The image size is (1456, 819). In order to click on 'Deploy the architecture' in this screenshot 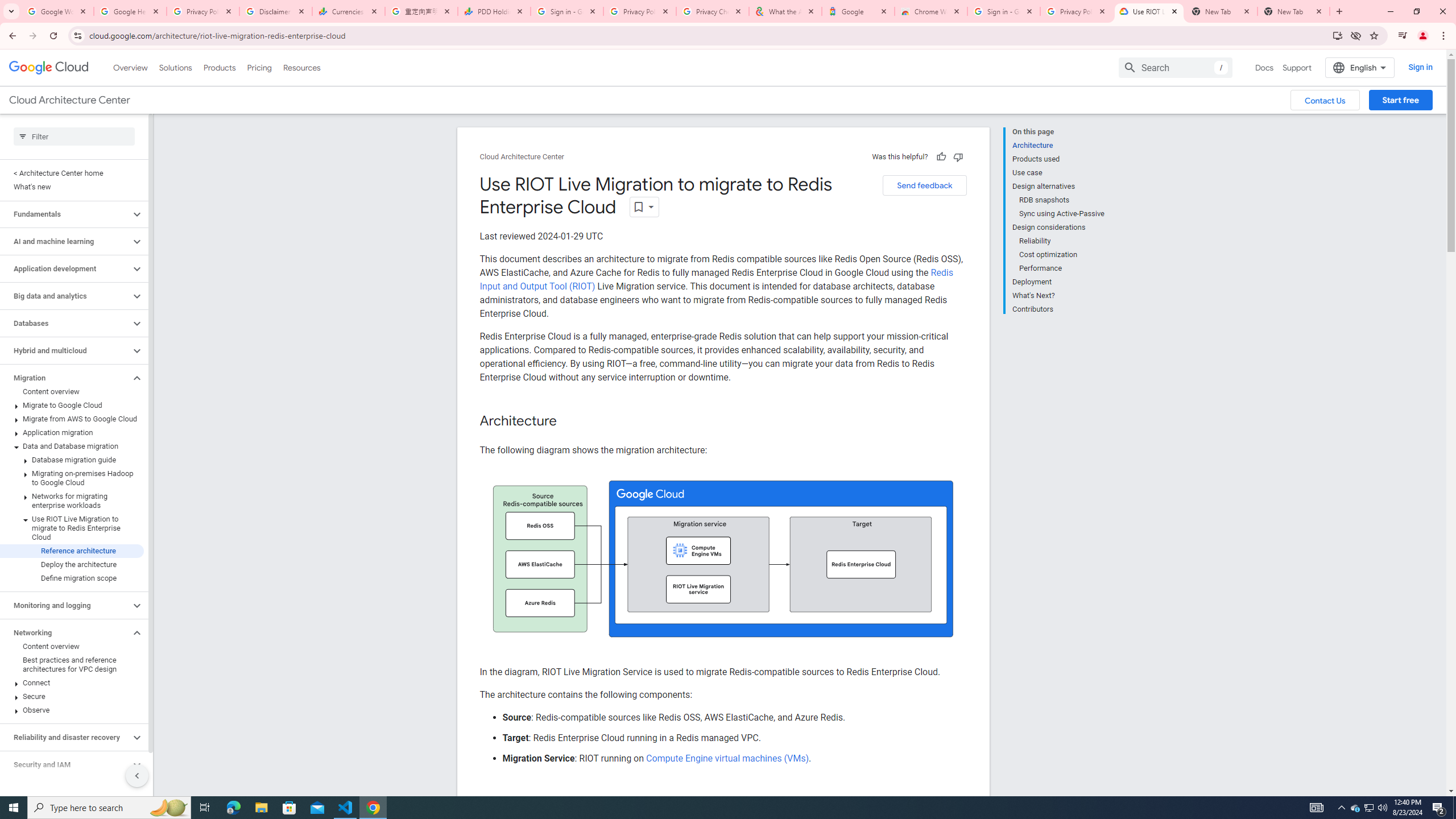, I will do `click(72, 564)`.